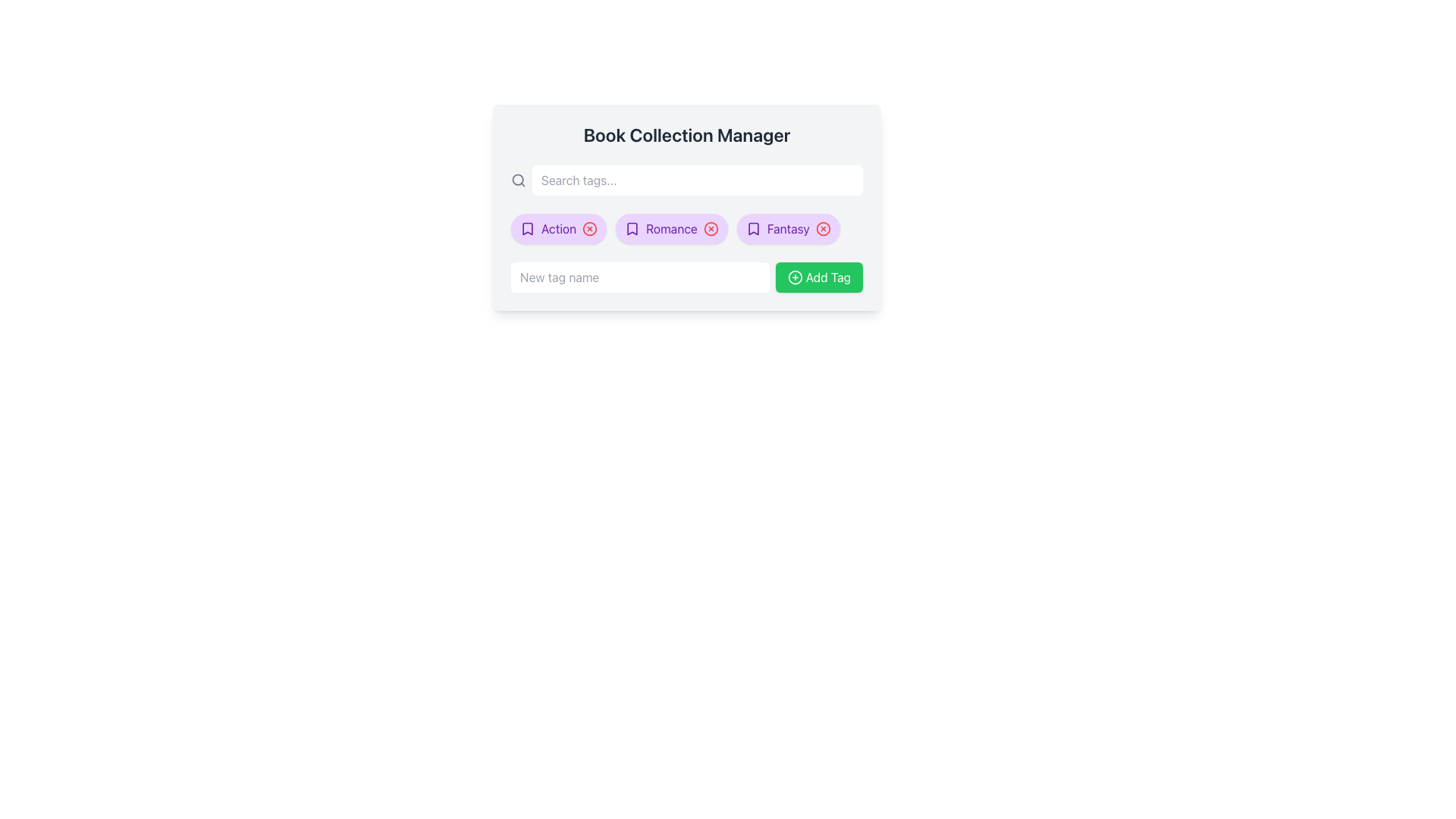 Image resolution: width=1456 pixels, height=819 pixels. I want to click on the 'Romance' genre tag, which is a selectable label within a horizontal layout of tags, so click(670, 228).